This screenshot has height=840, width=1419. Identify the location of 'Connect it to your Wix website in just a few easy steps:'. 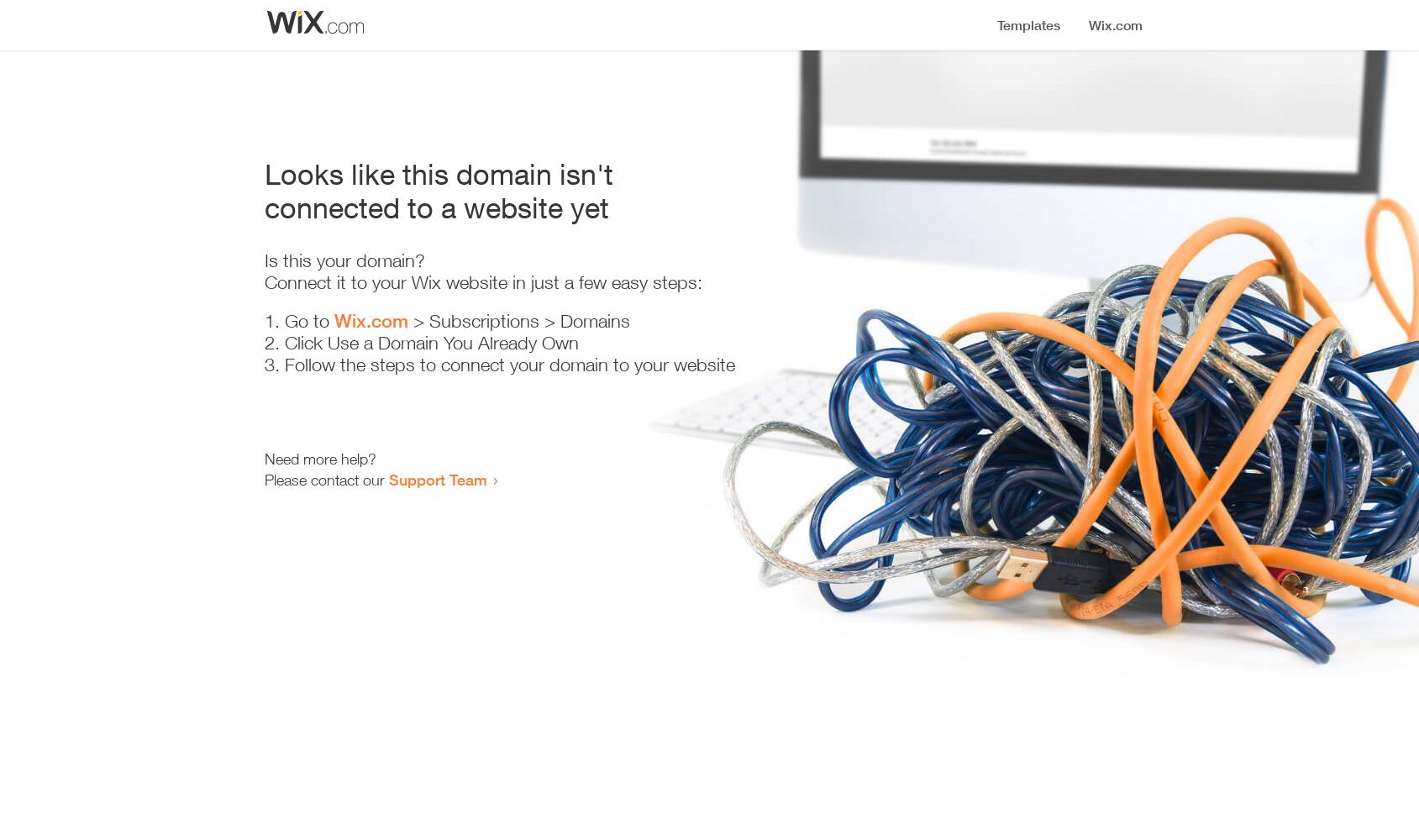
(481, 281).